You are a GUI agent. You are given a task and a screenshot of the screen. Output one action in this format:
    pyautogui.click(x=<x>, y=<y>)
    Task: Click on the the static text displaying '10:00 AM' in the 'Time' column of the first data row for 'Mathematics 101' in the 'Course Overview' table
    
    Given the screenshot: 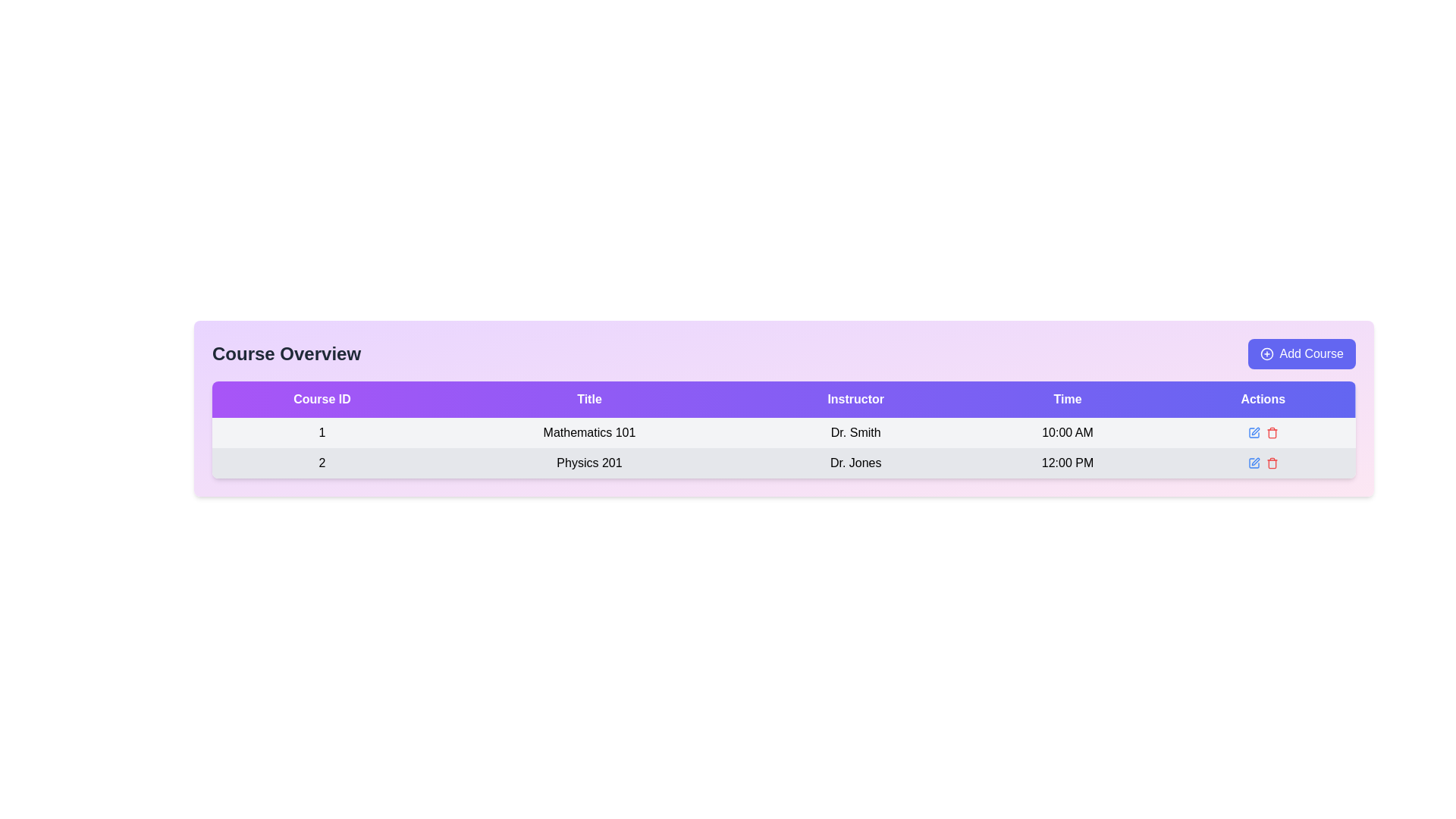 What is the action you would take?
    pyautogui.click(x=1066, y=432)
    